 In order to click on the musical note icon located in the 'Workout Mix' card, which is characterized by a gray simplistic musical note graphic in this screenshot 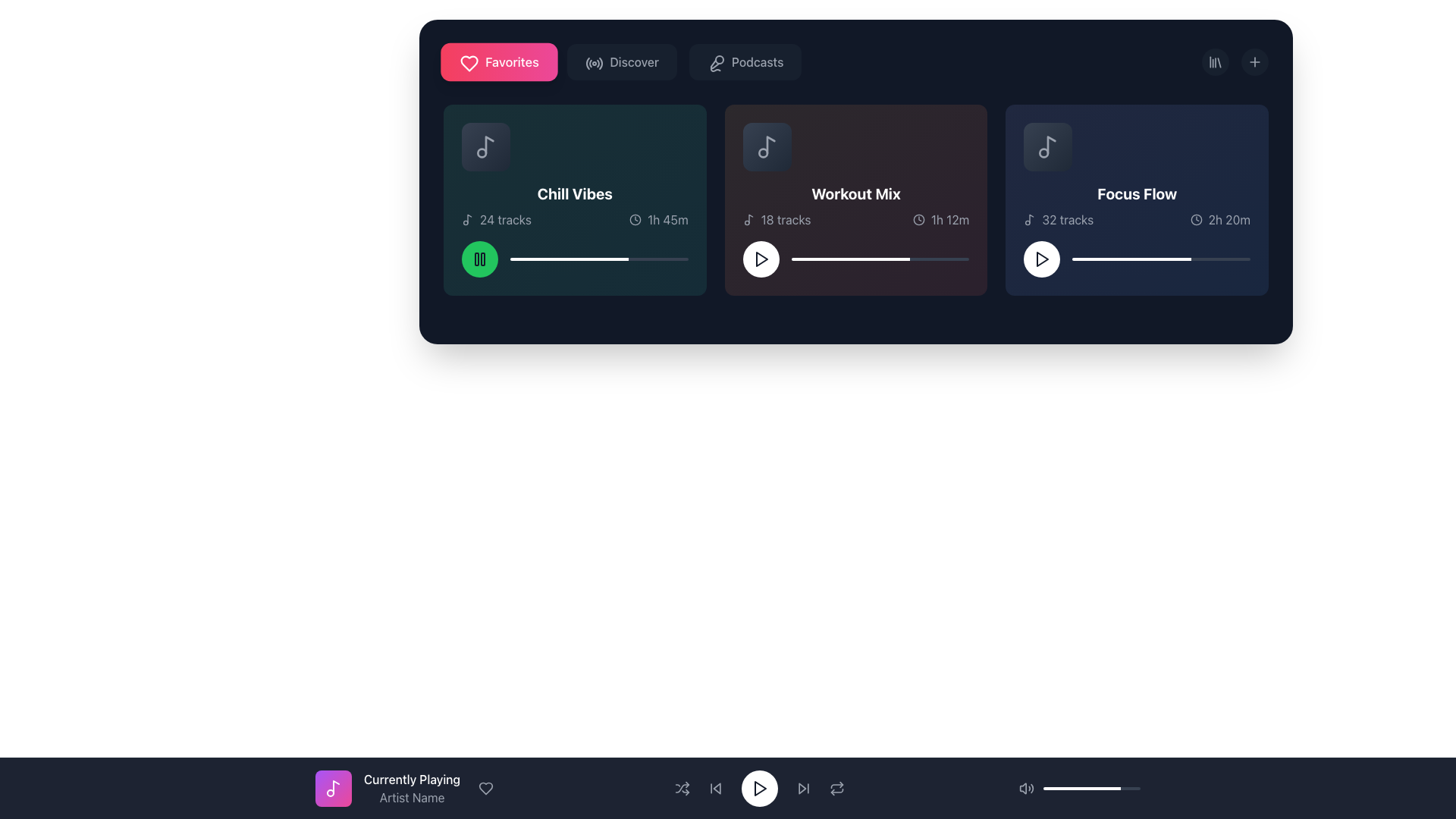, I will do `click(767, 146)`.